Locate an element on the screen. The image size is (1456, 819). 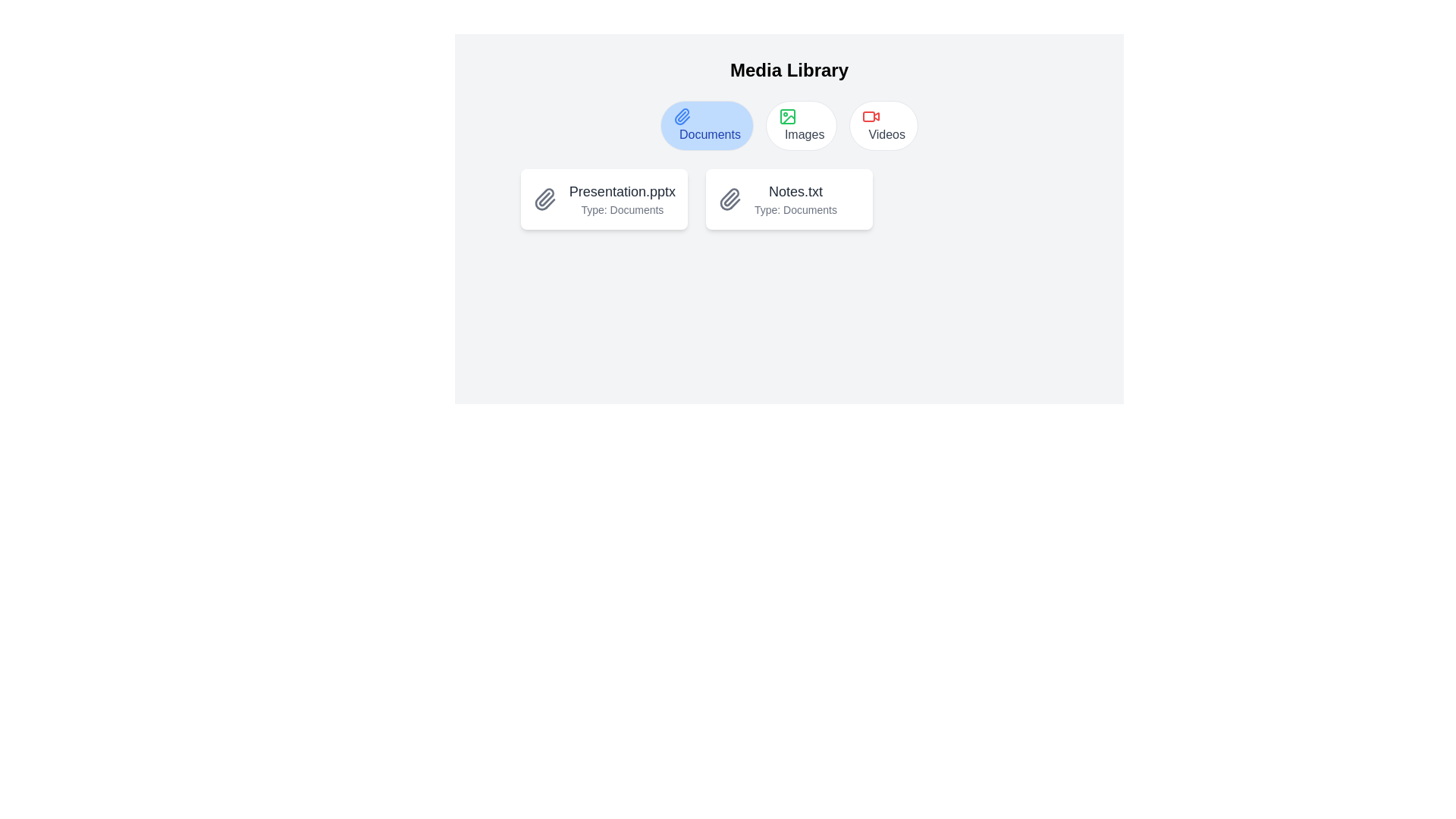
the 'Videos' text label, which is located inside a circular button to the right of the 'Documents' and 'Images' buttons, and below a small camera icon is located at coordinates (886, 133).